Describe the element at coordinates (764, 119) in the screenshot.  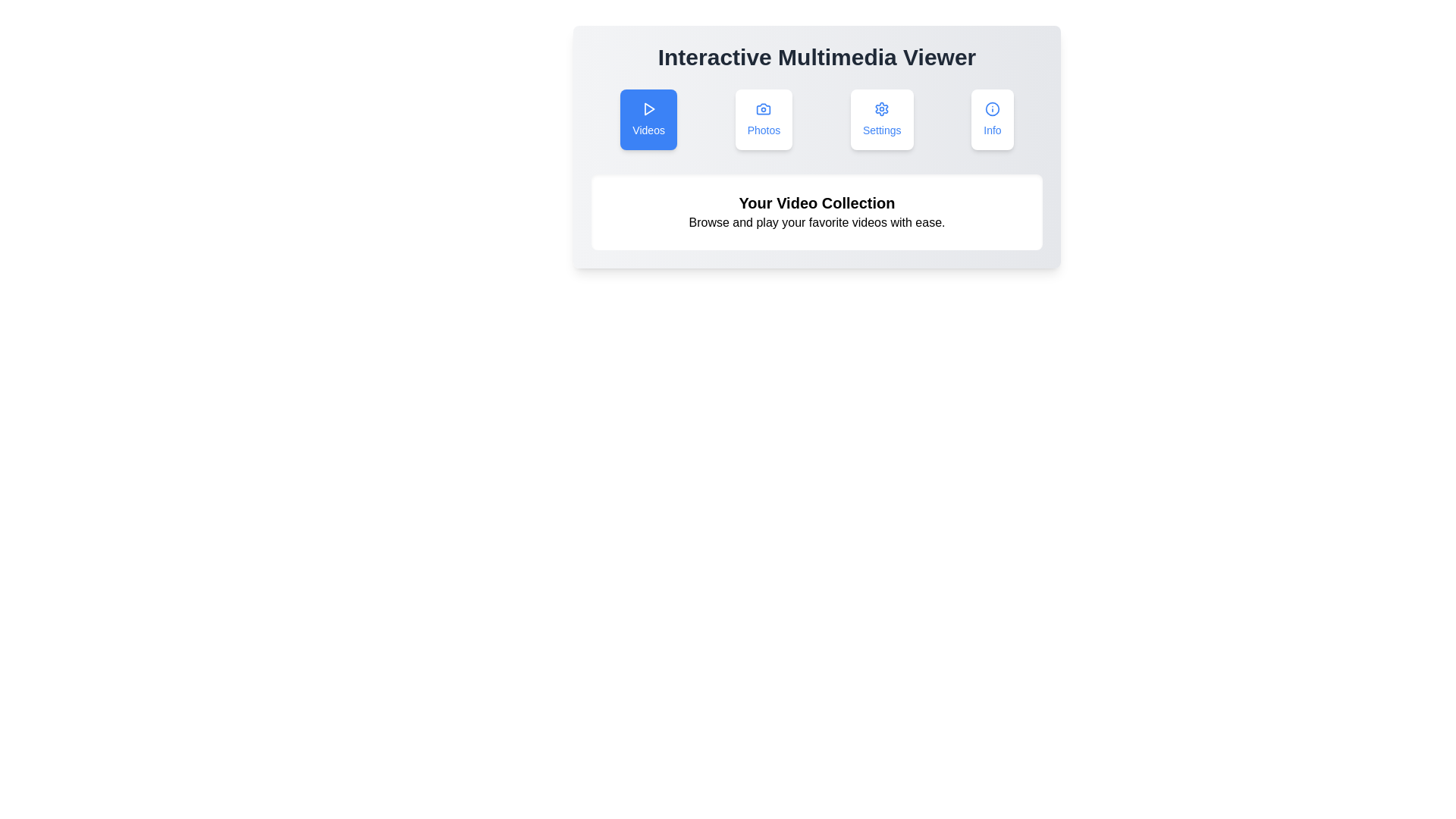
I see `the 'Photos' button, which is the second button from the left in a horizontal arrangement, located between the 'Videos' button and the 'Settings' button` at that location.